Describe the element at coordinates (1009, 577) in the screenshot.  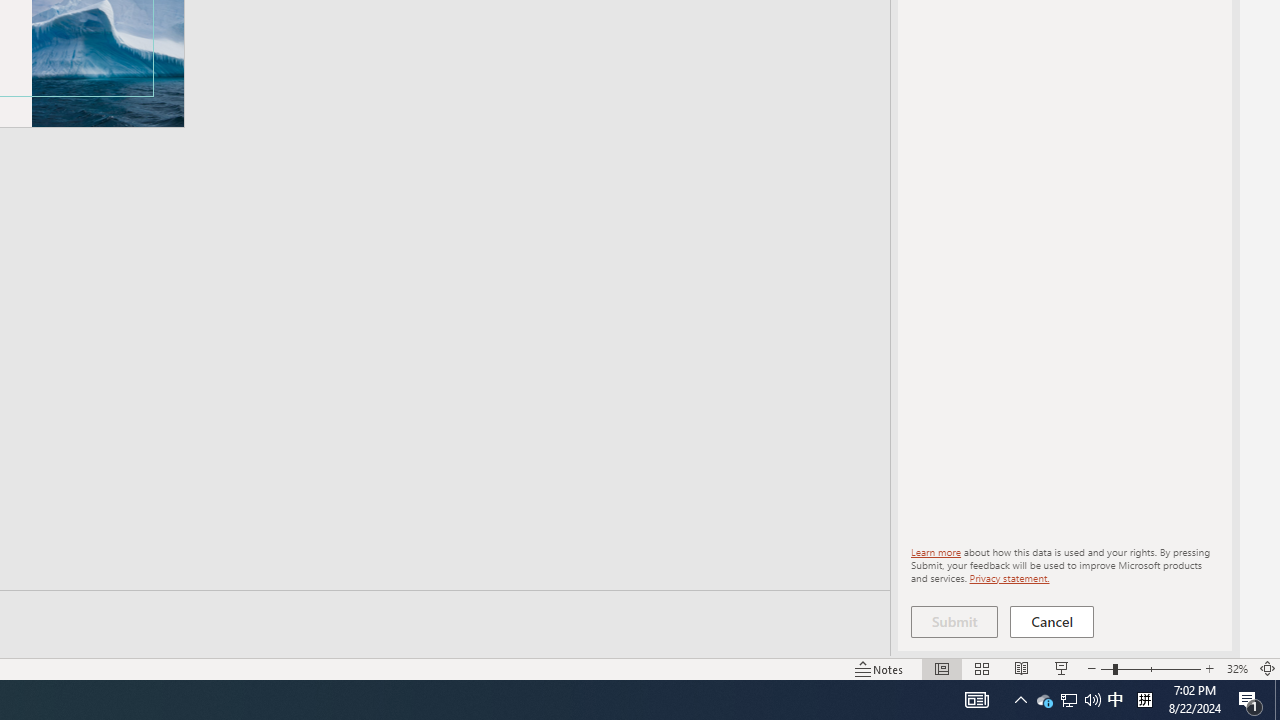
I see `'Privacy statement.'` at that location.